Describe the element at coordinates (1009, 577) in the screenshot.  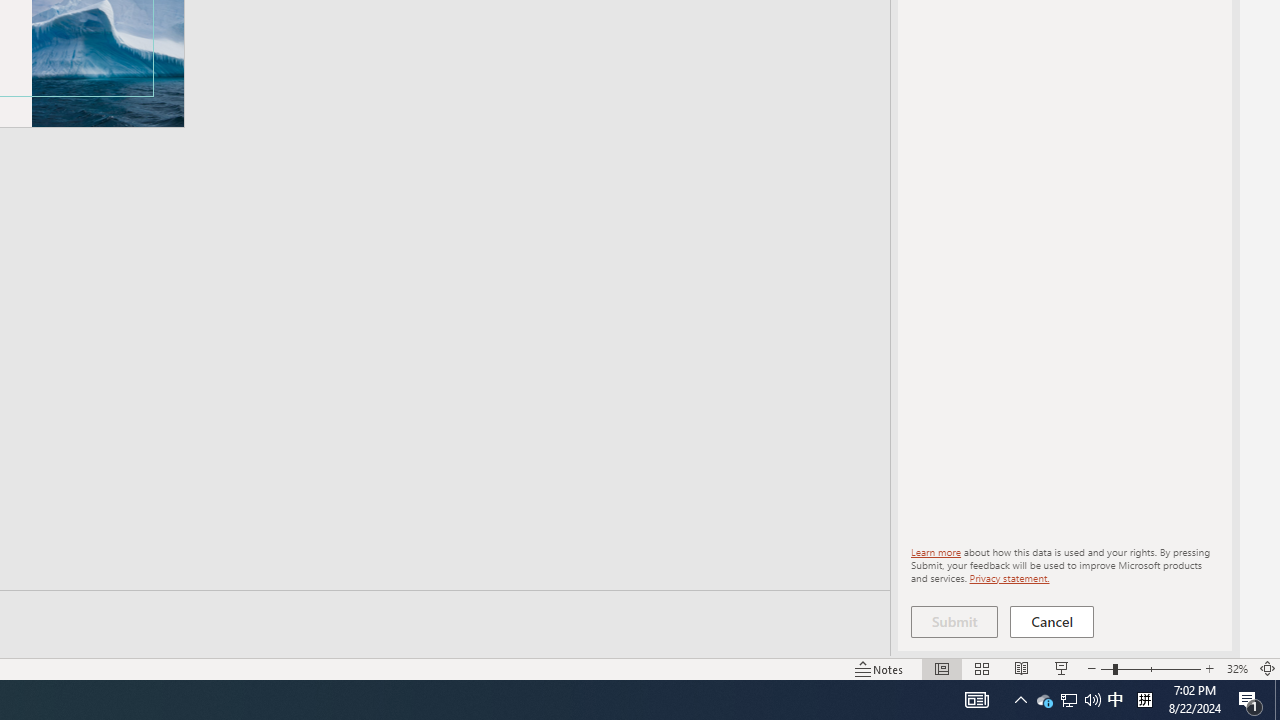
I see `'Privacy statement.'` at that location.